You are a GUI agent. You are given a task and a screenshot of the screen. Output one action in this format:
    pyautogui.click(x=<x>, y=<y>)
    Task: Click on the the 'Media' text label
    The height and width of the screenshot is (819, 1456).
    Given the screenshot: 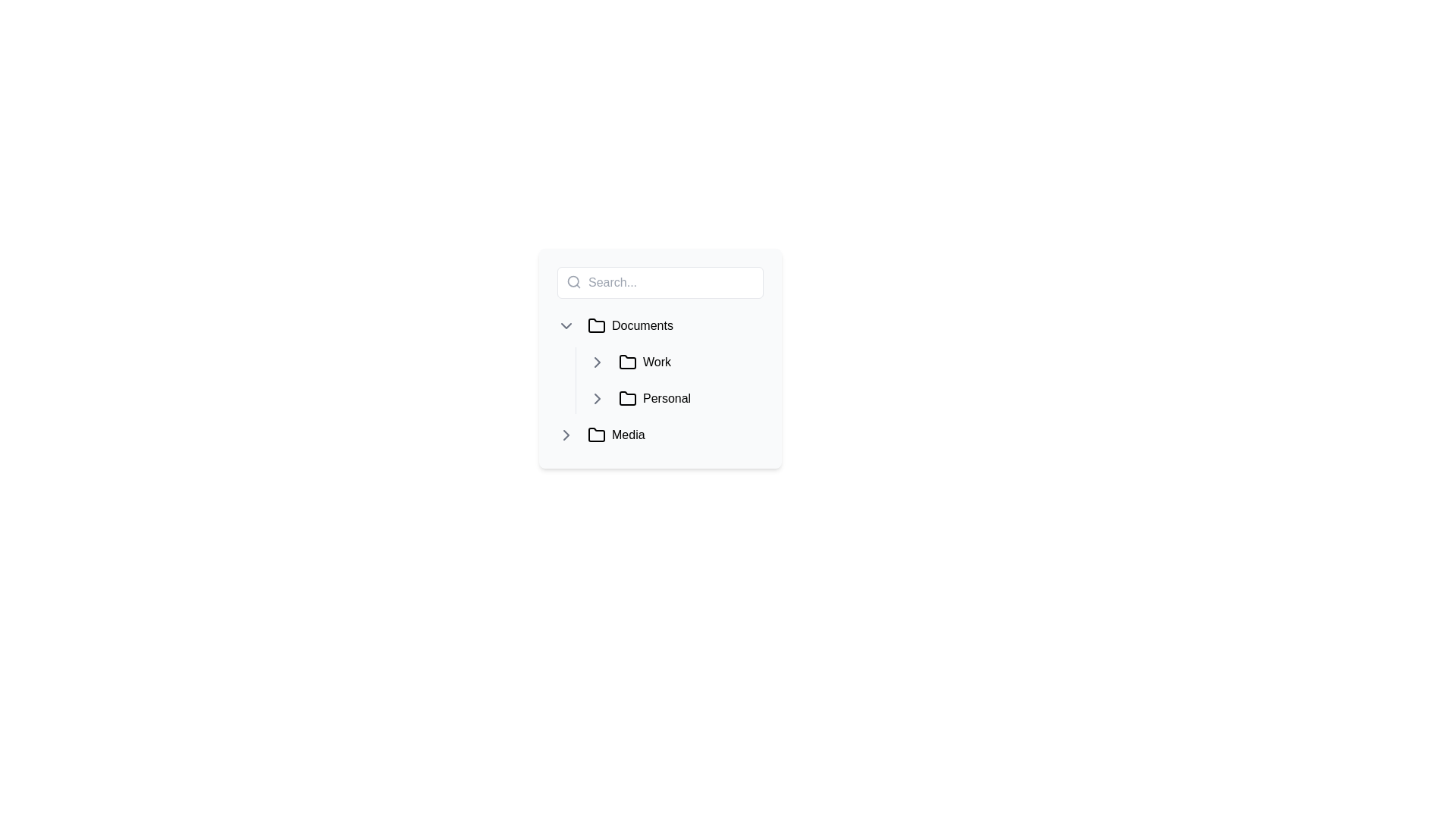 What is the action you would take?
    pyautogui.click(x=628, y=435)
    